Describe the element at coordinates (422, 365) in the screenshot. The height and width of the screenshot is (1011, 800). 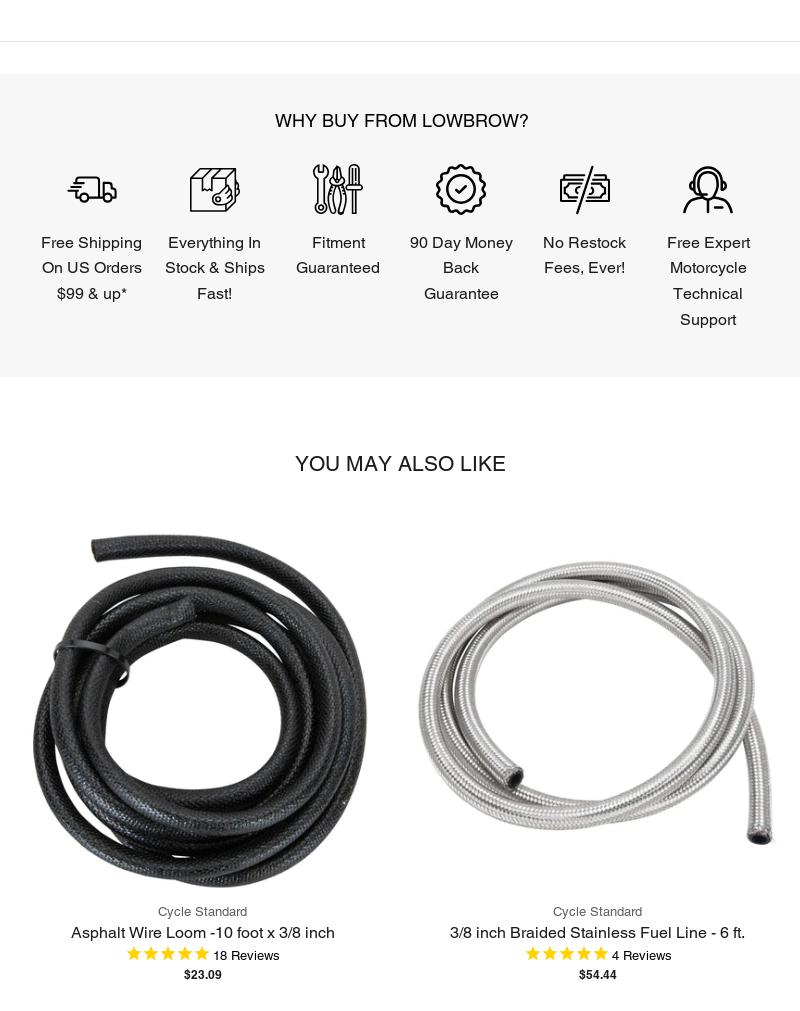
I see `'SHIPPING INSURANCE'` at that location.